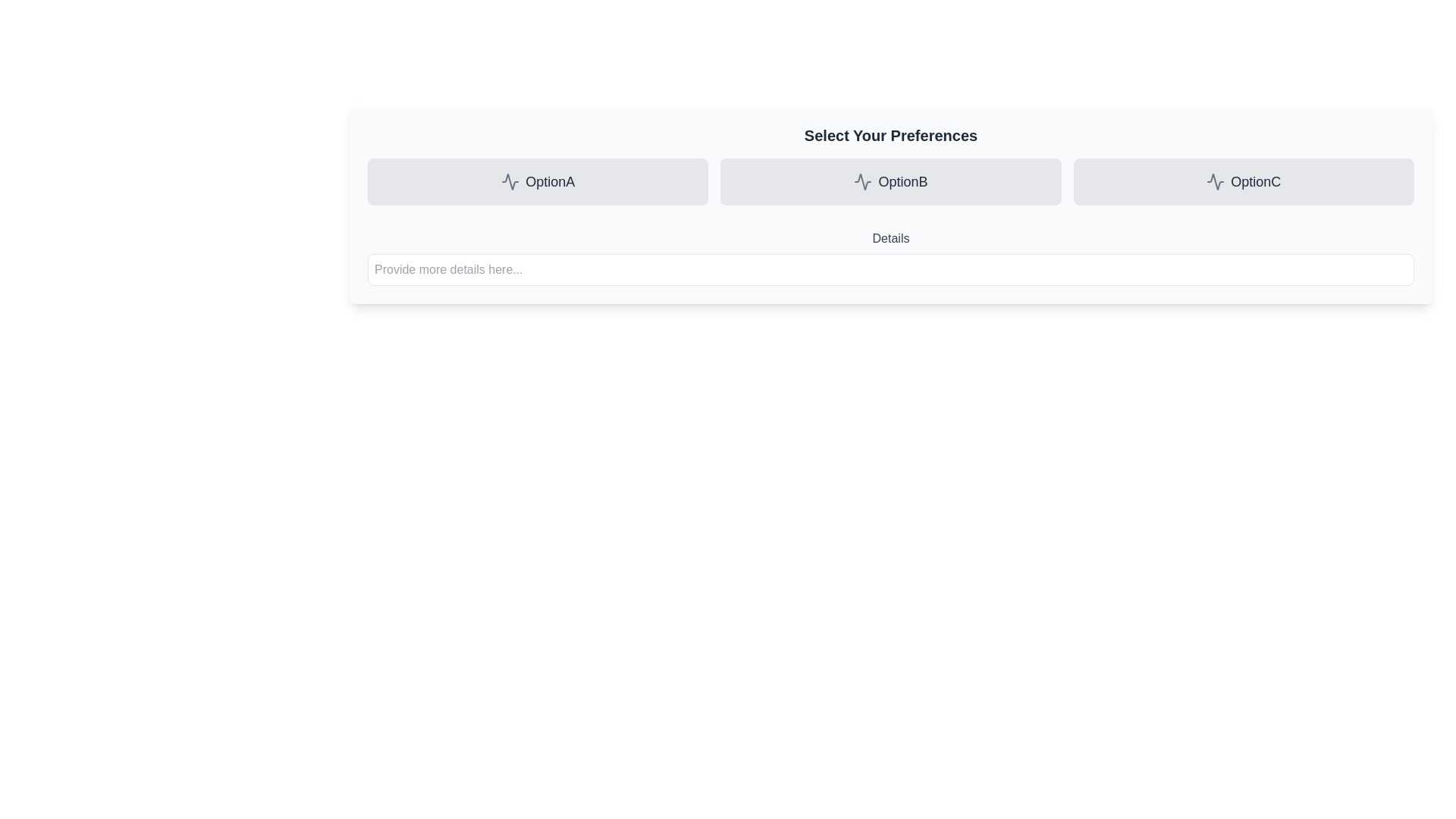 This screenshot has width=1456, height=819. I want to click on the second option in the 'Select Your Preferences' group, which contains the text label 'OptionB', so click(891, 180).